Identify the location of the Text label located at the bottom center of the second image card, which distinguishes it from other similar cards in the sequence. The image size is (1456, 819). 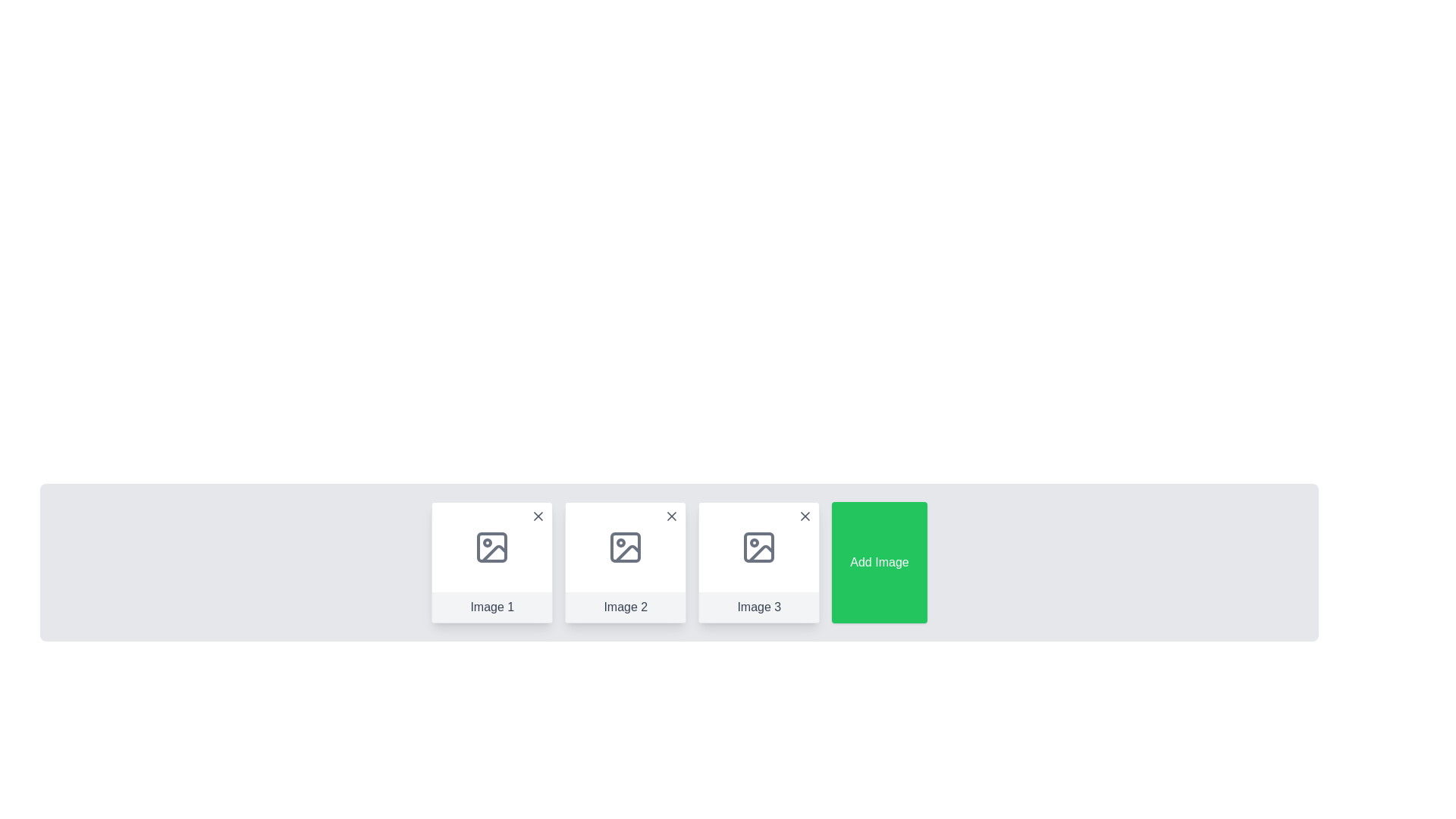
(626, 607).